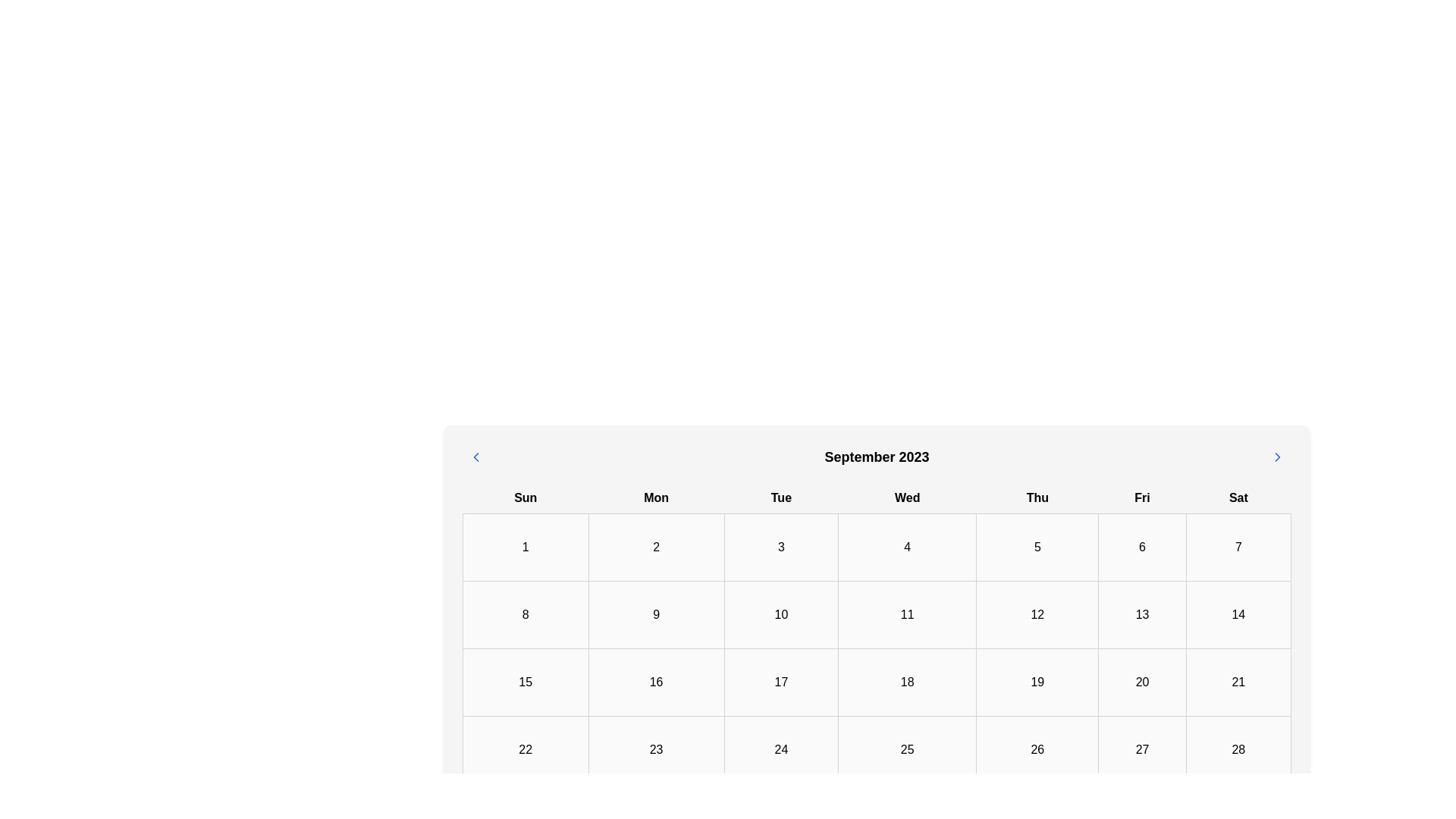 This screenshot has width=1456, height=819. I want to click on the calendar cell displaying the number '19' in the fourth row and fifth cell of the calendar grid, so click(1037, 681).